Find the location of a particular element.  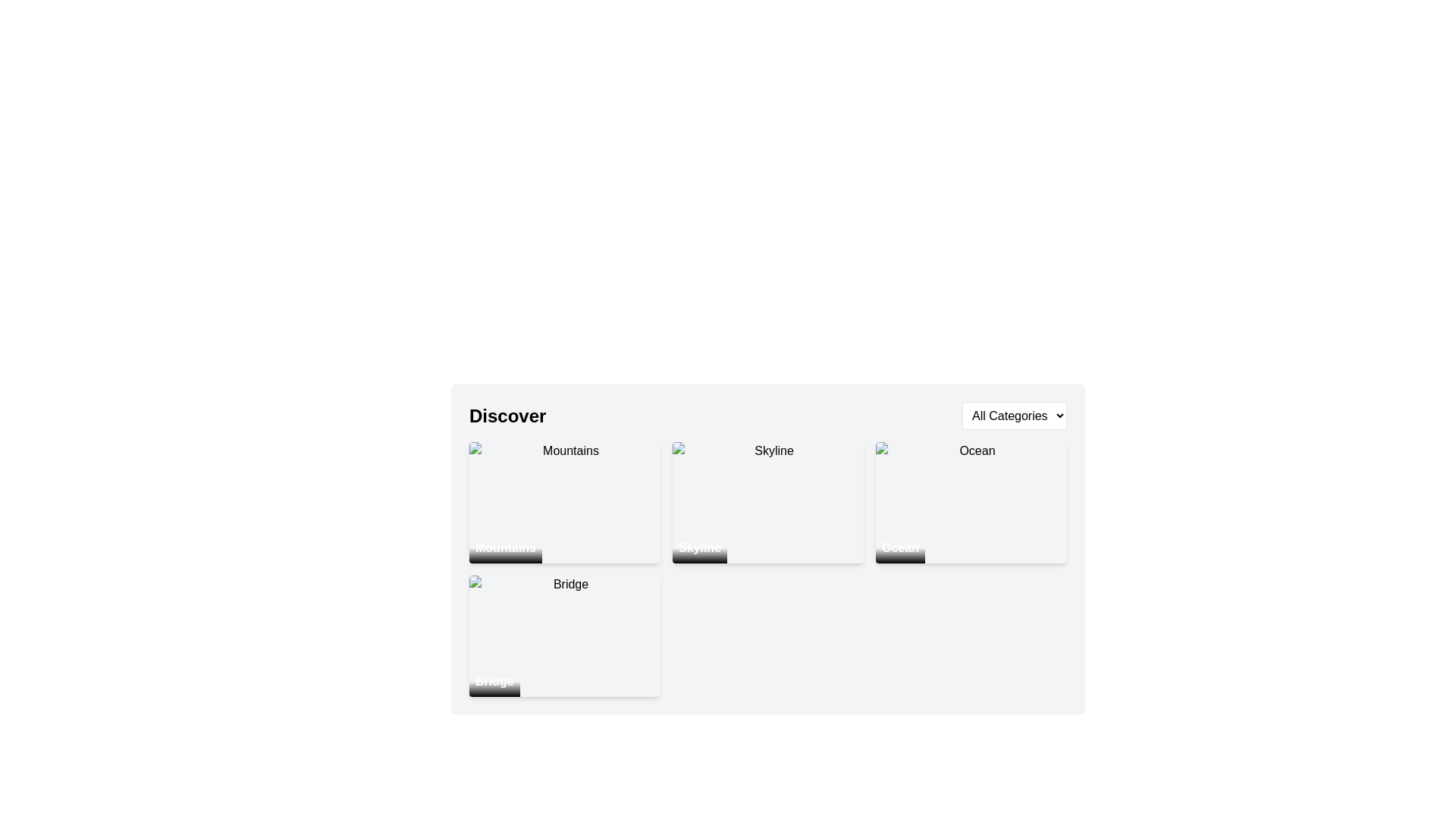

the display card labeled 'Bridge' located in the first column of the third row, which follows the cards labeled 'Mountains,' 'Skyline,' and 'Ocean.' is located at coordinates (563, 636).